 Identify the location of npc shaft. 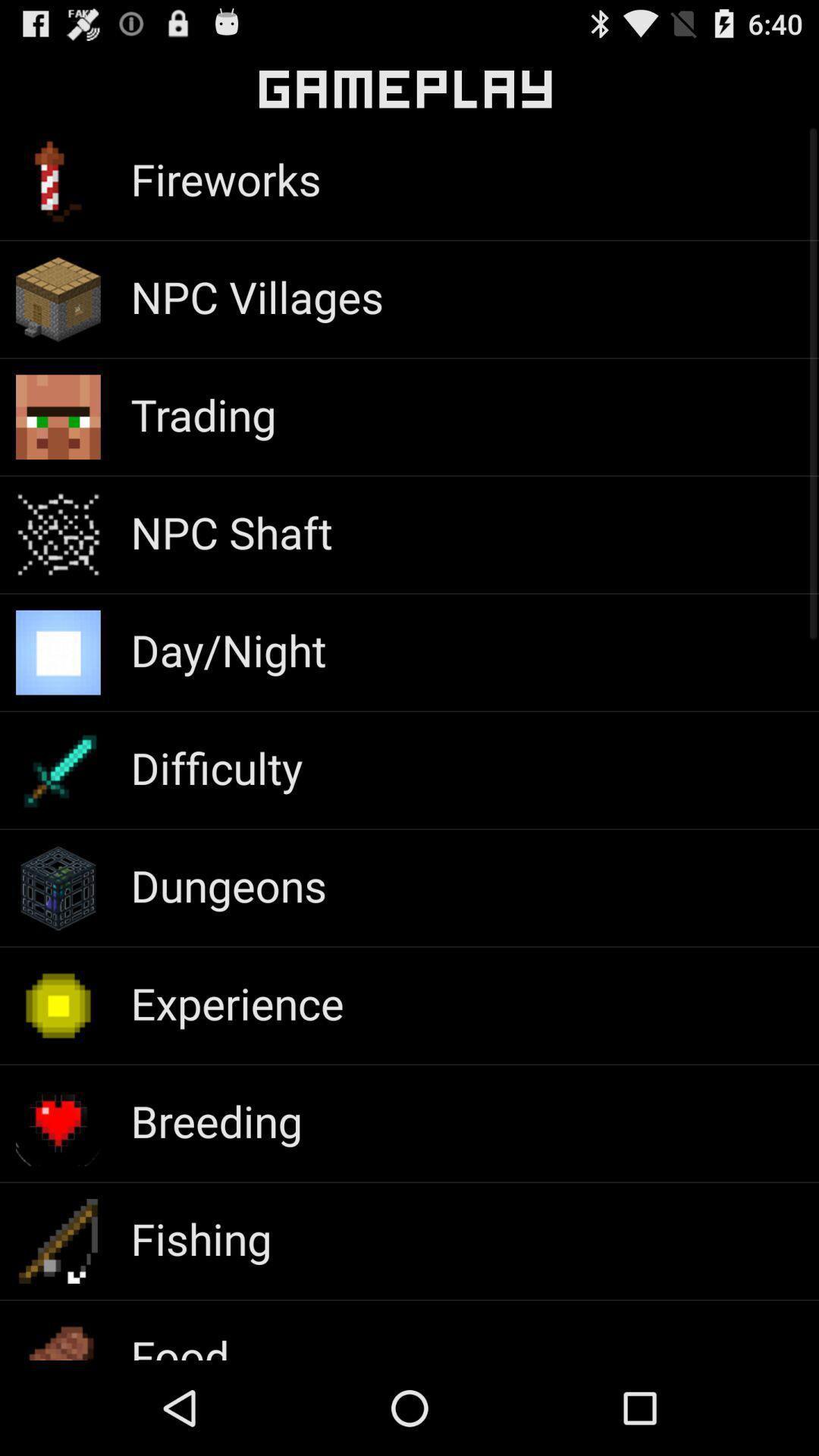
(231, 532).